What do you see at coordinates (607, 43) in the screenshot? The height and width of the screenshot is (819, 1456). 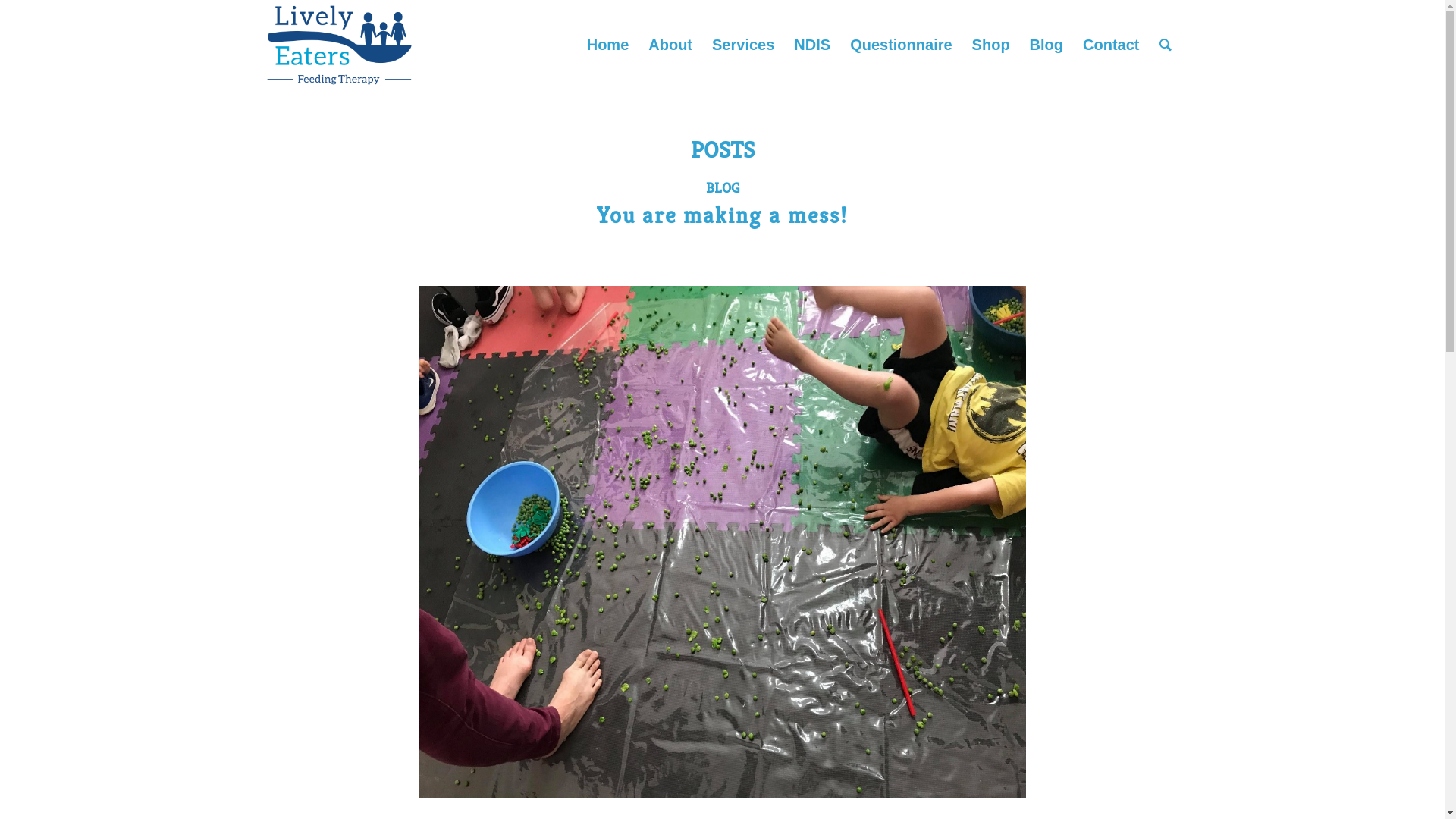 I see `'Home'` at bounding box center [607, 43].